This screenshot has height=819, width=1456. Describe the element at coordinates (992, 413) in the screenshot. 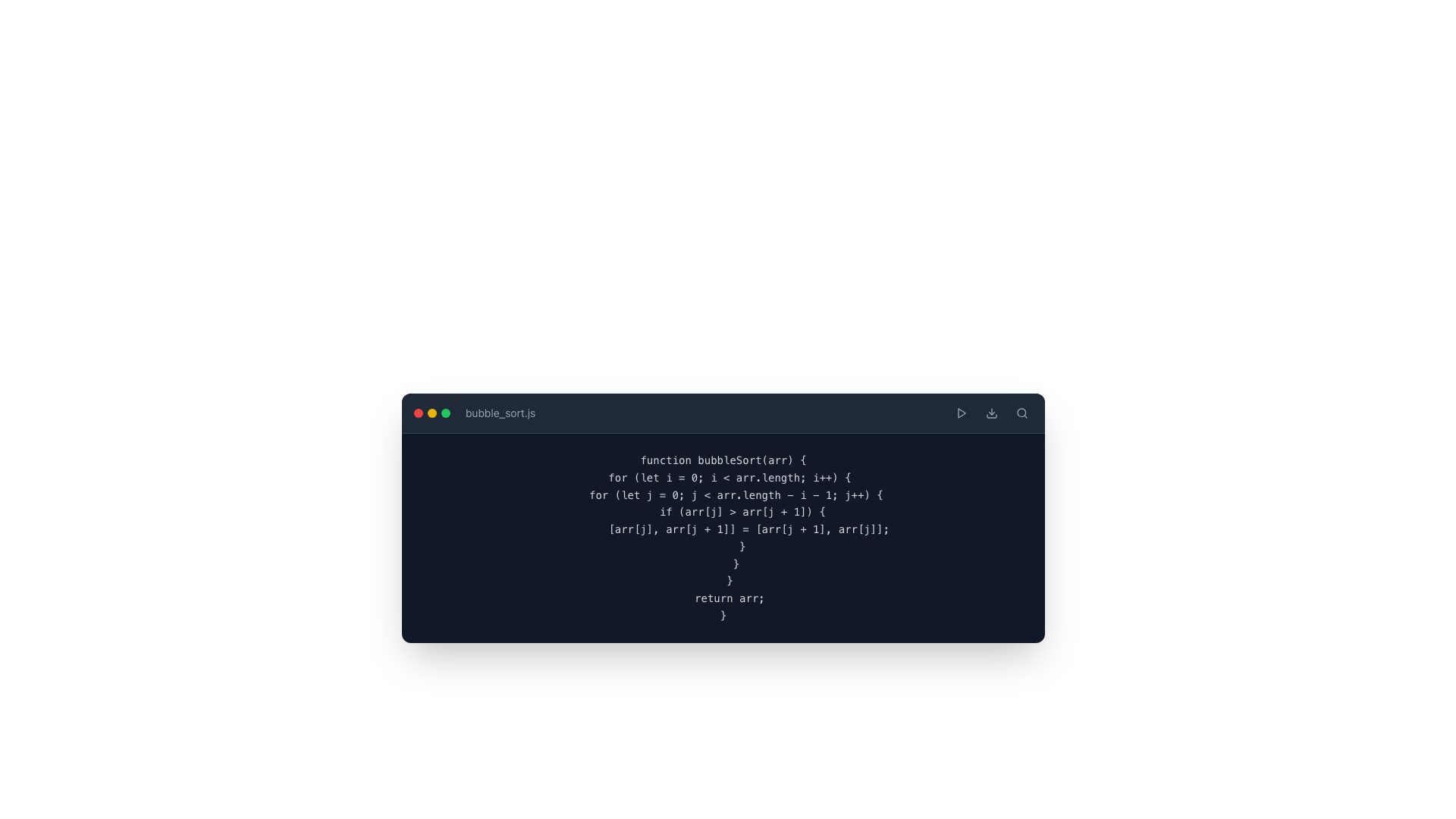

I see `the download button with an embedded icon, which is styled with rounded corners and located in the control bar at the top of the code viewer interface, to change its background color` at that location.